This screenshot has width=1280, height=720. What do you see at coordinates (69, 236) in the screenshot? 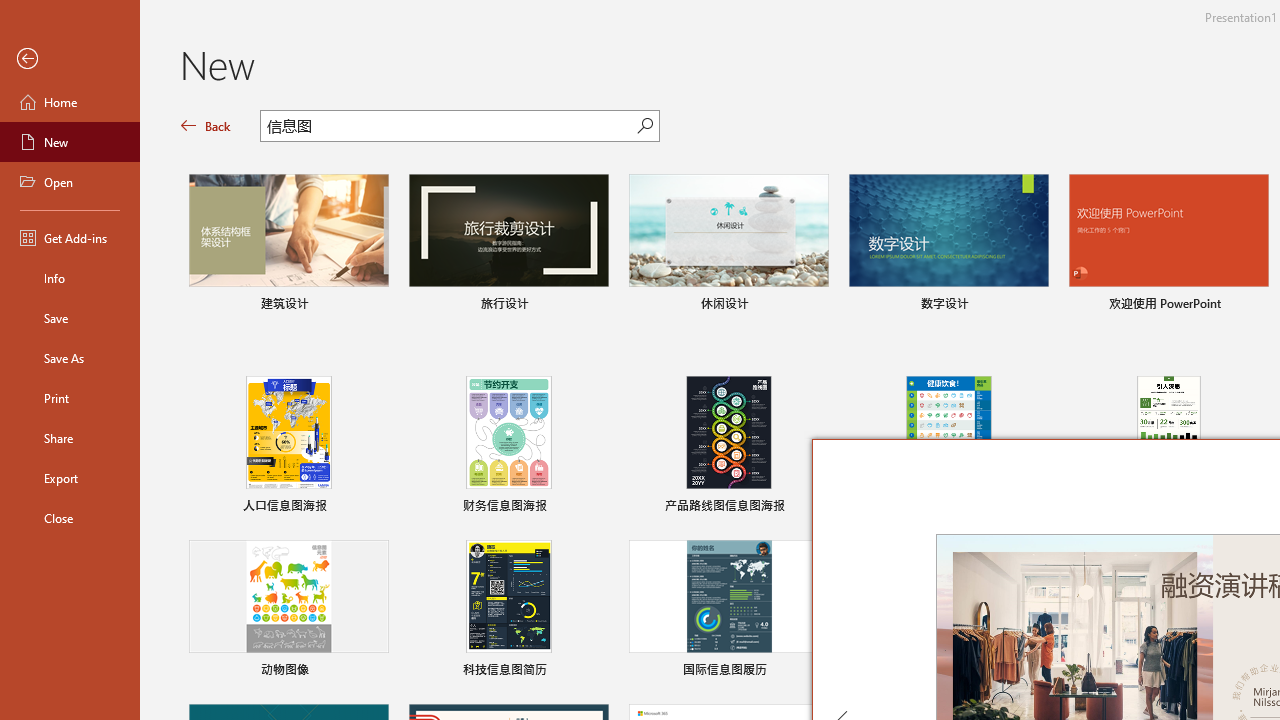
I see `'Get Add-ins'` at bounding box center [69, 236].